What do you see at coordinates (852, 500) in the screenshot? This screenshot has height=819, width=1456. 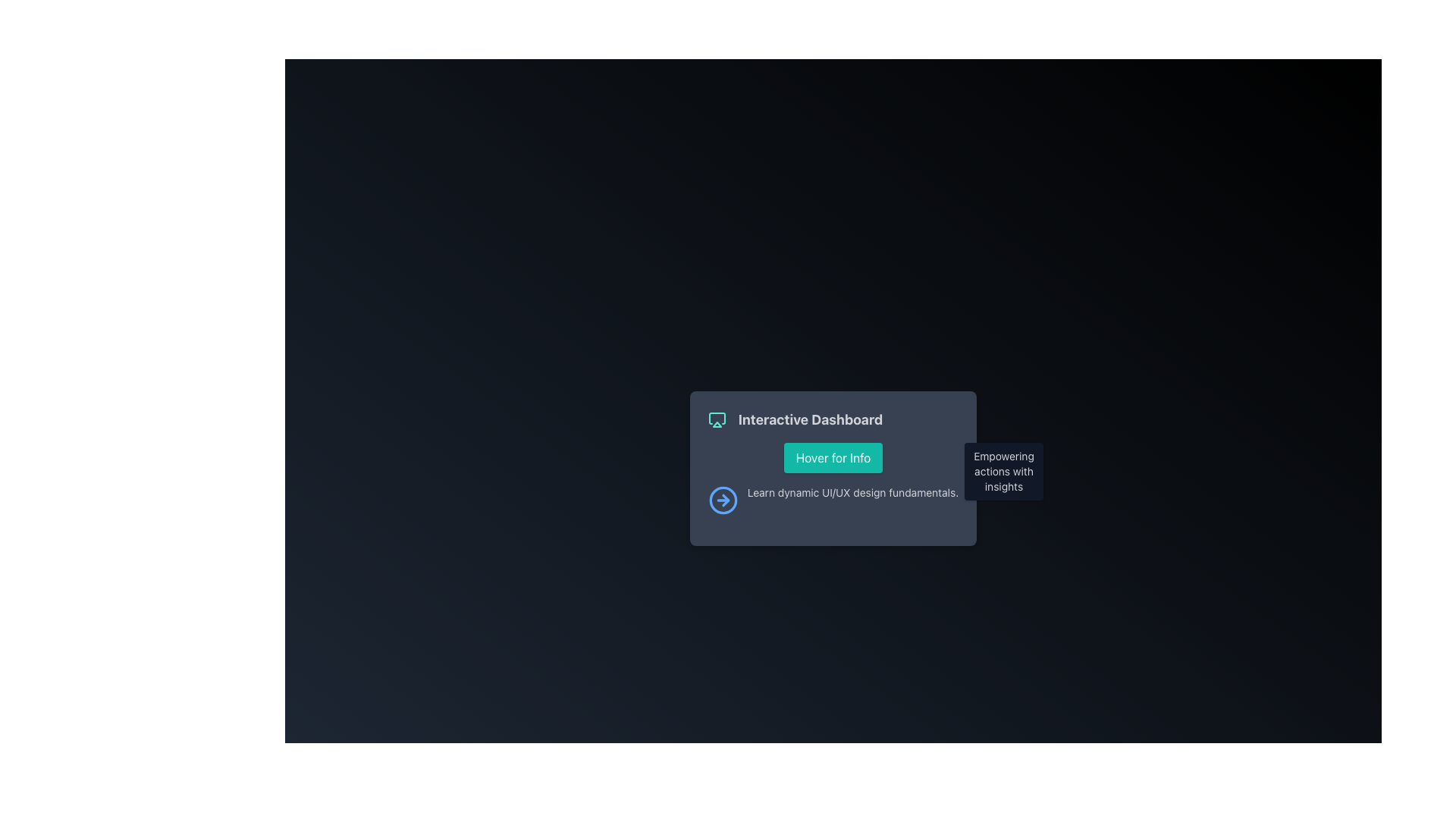 I see `the static label displaying the text 'Learn dynamic UI/UX design fundamentals.' which is styled with a small font size on a dark background and positioned next to a right-arrow icon` at bounding box center [852, 500].